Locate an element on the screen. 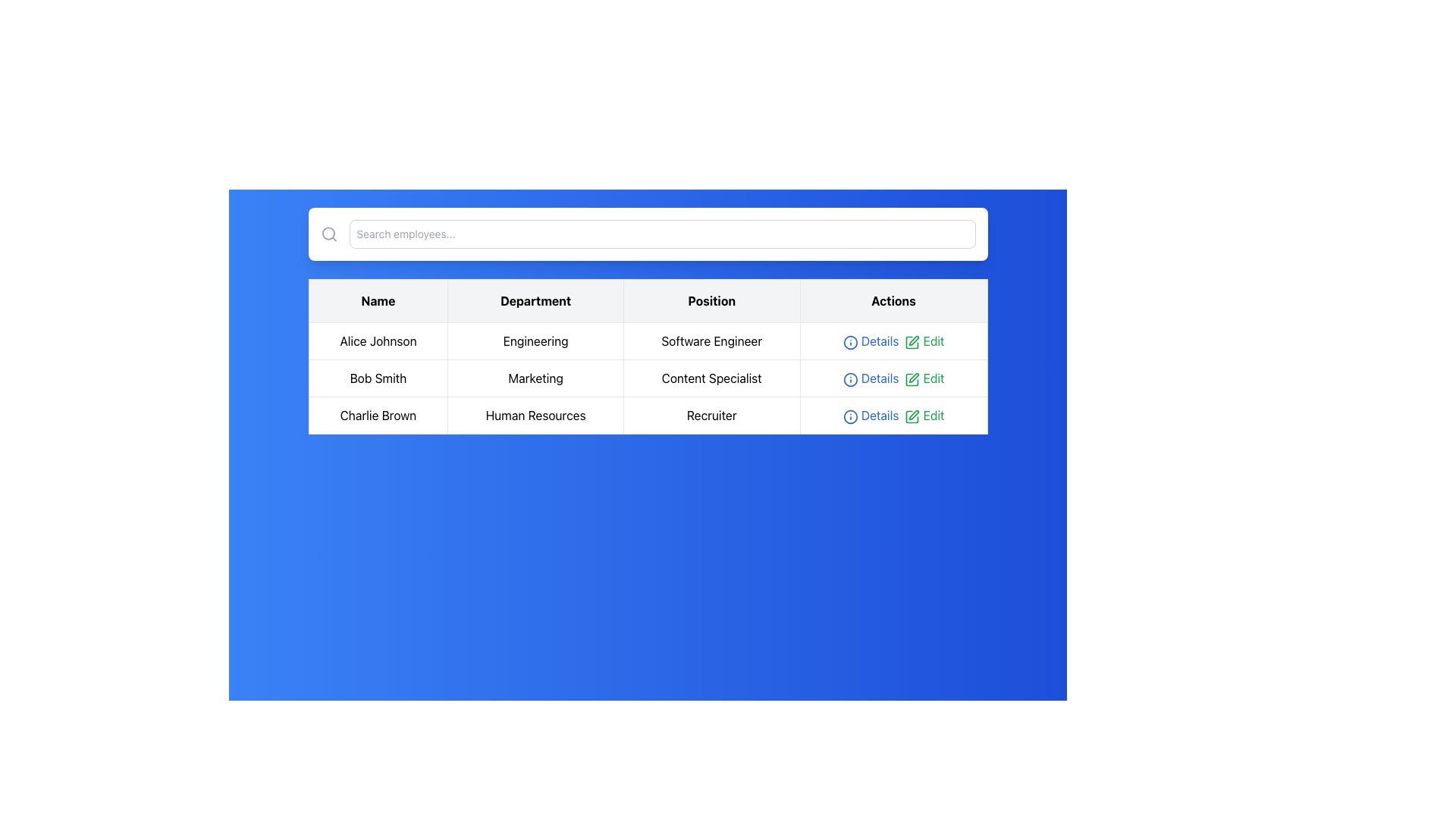 The height and width of the screenshot is (819, 1456). the static text displaying the name 'Bob Smith', located in the second row under the 'Name' column is located at coordinates (378, 377).